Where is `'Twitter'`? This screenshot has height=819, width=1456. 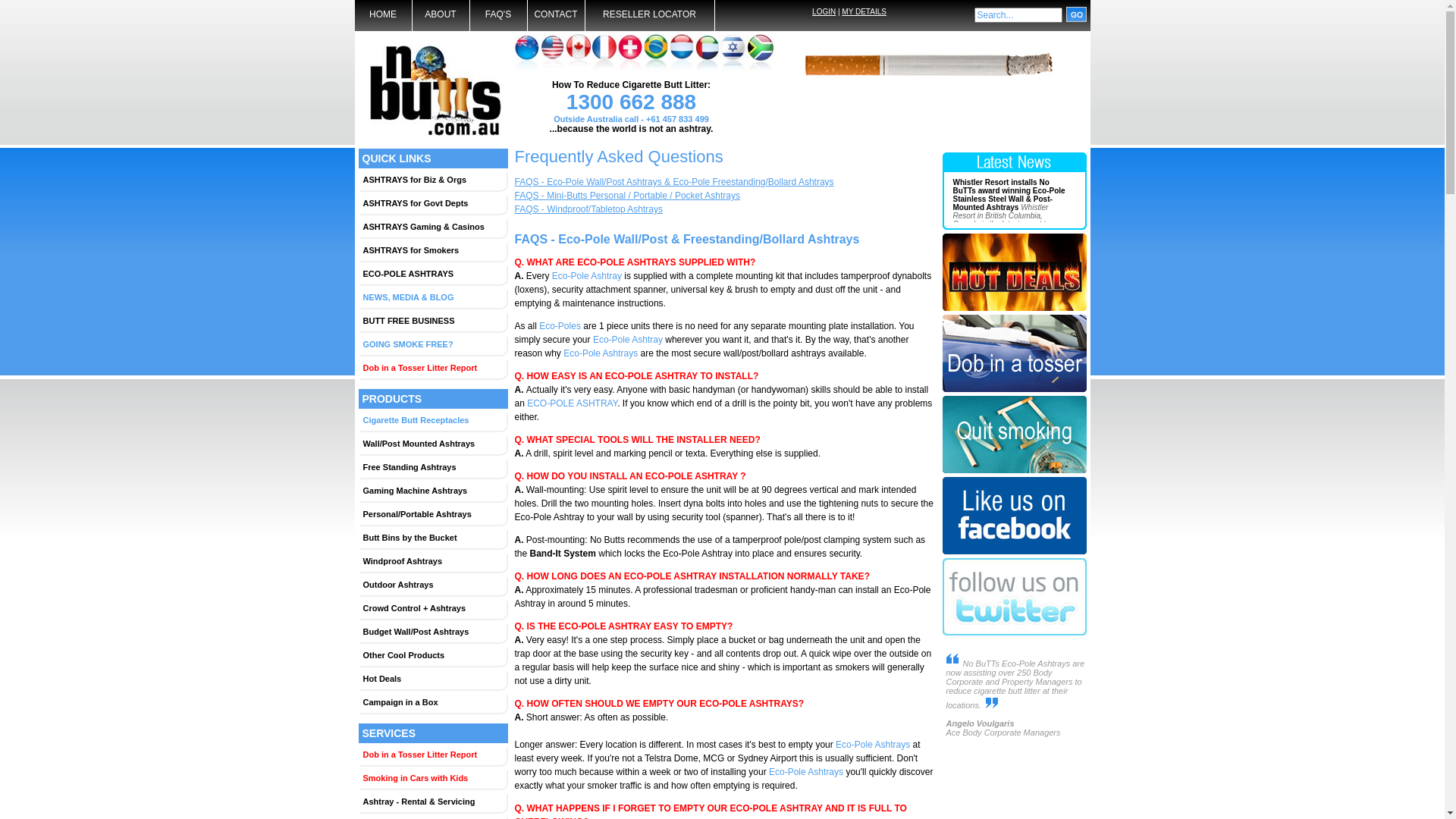
'Twitter' is located at coordinates (1014, 636).